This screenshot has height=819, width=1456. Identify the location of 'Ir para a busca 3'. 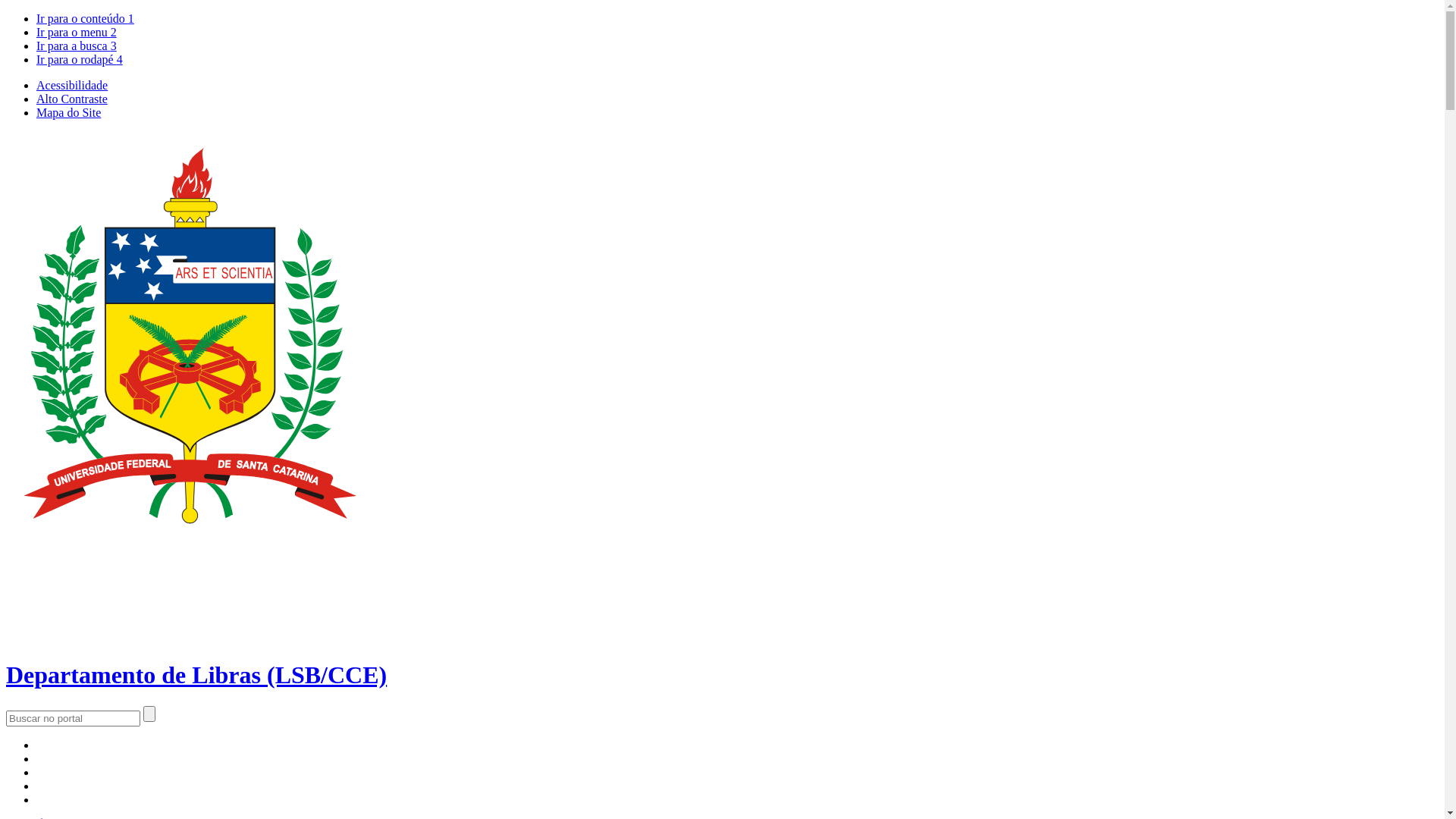
(75, 45).